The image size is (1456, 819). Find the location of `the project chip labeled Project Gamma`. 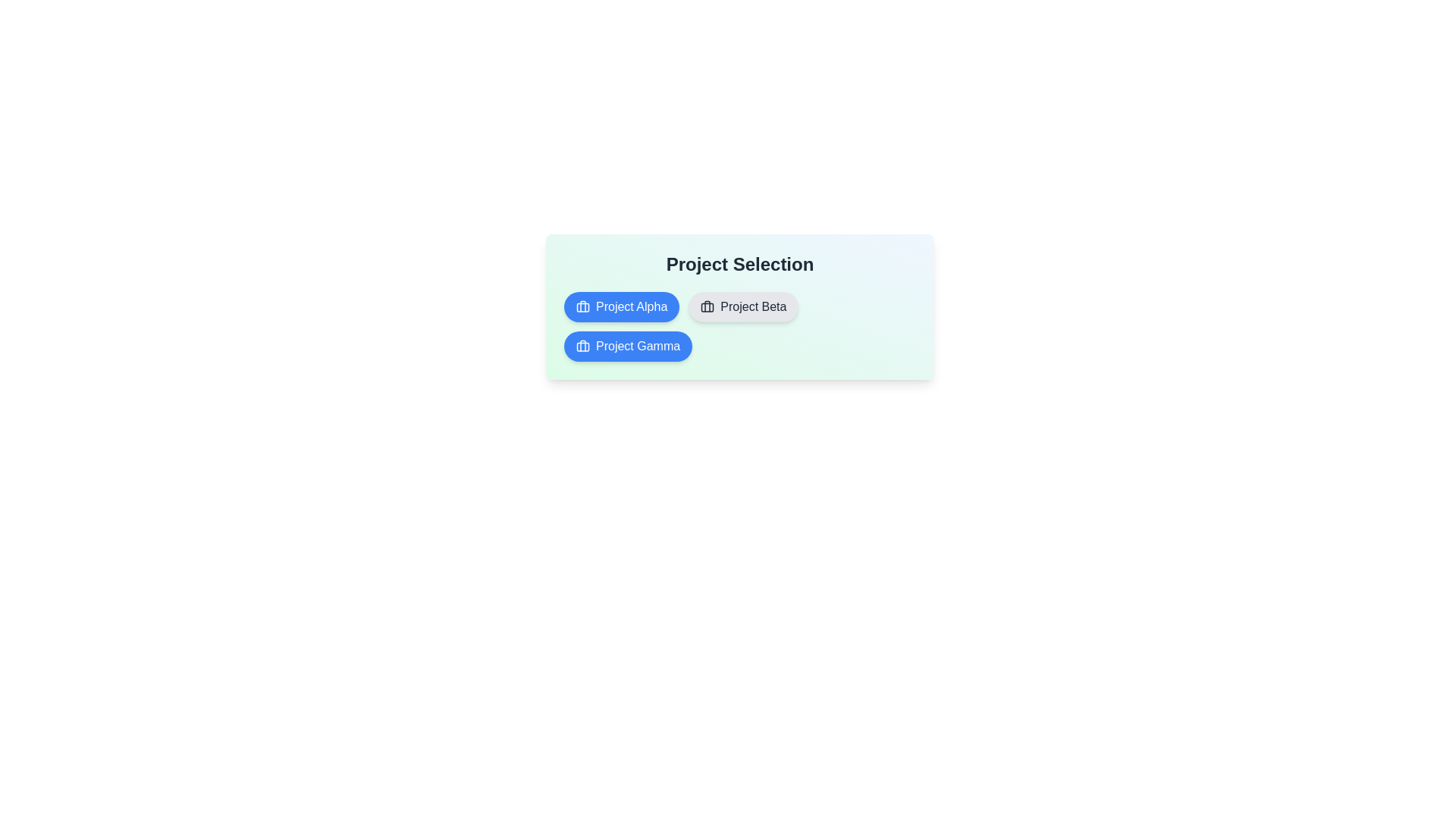

the project chip labeled Project Gamma is located at coordinates (629, 346).